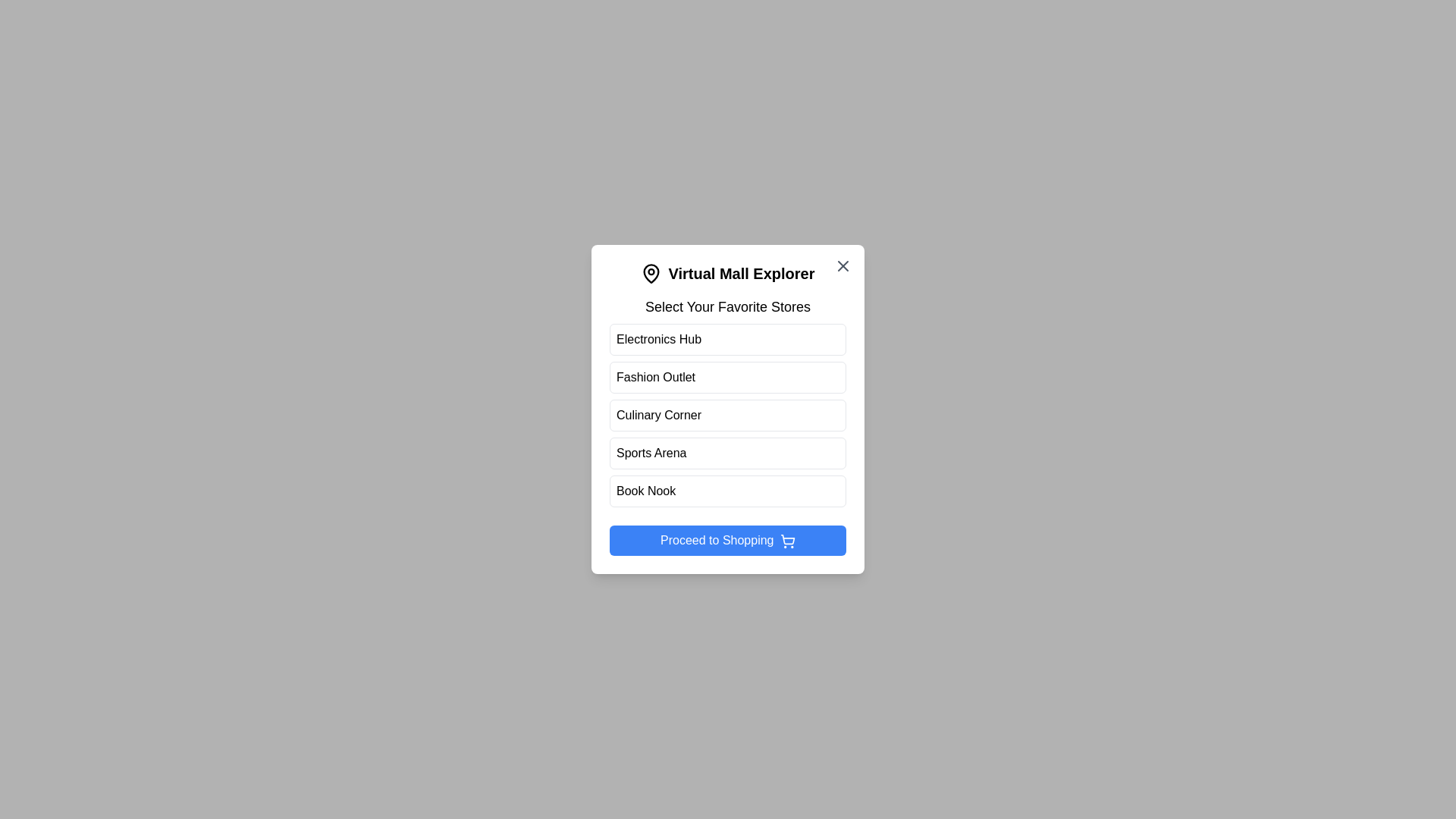 The width and height of the screenshot is (1456, 819). What do you see at coordinates (645, 491) in the screenshot?
I see `the 'Book Nook' text label, which is the fifth item` at bounding box center [645, 491].